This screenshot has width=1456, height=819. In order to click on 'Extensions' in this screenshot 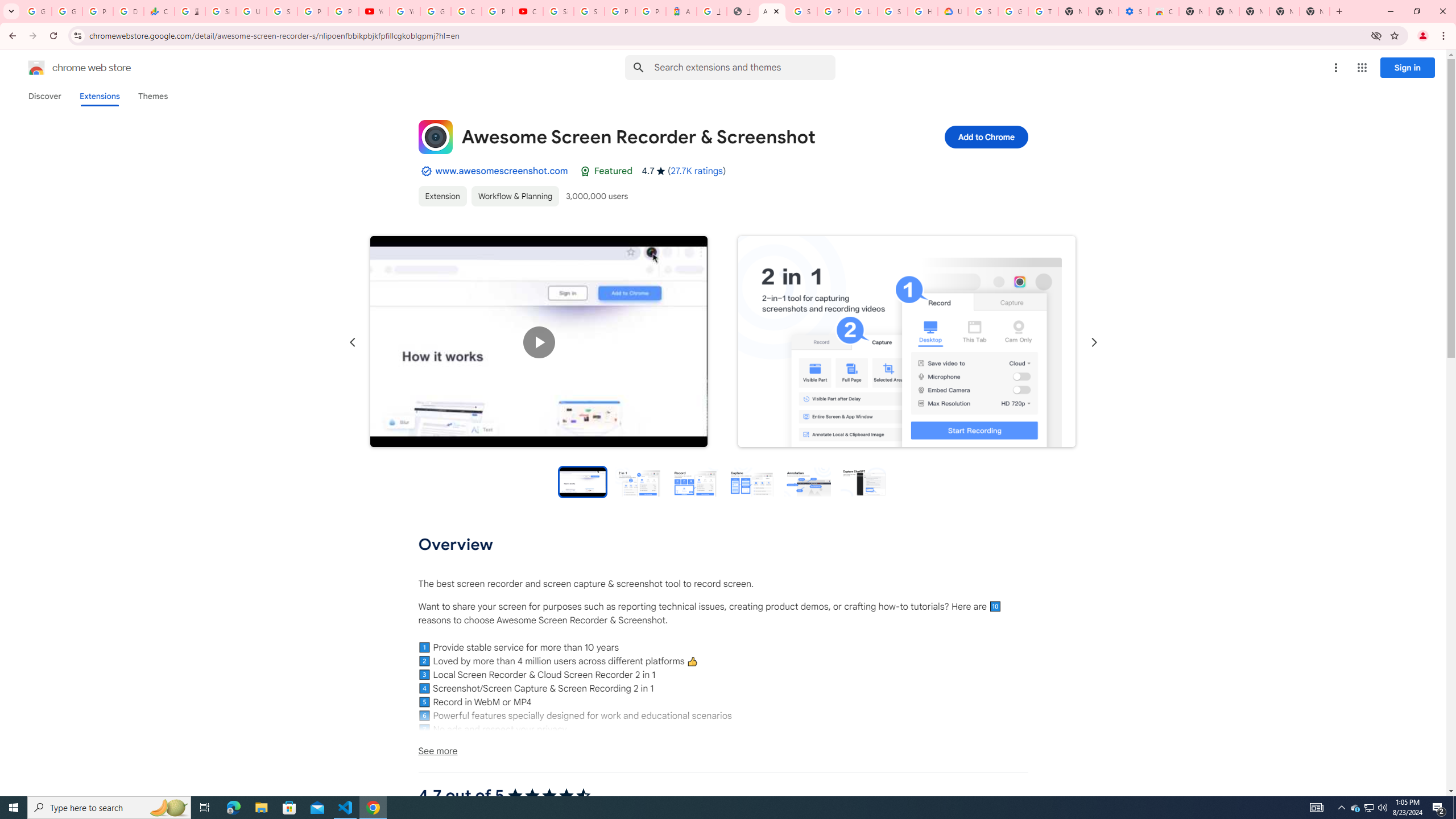, I will do `click(100, 96)`.